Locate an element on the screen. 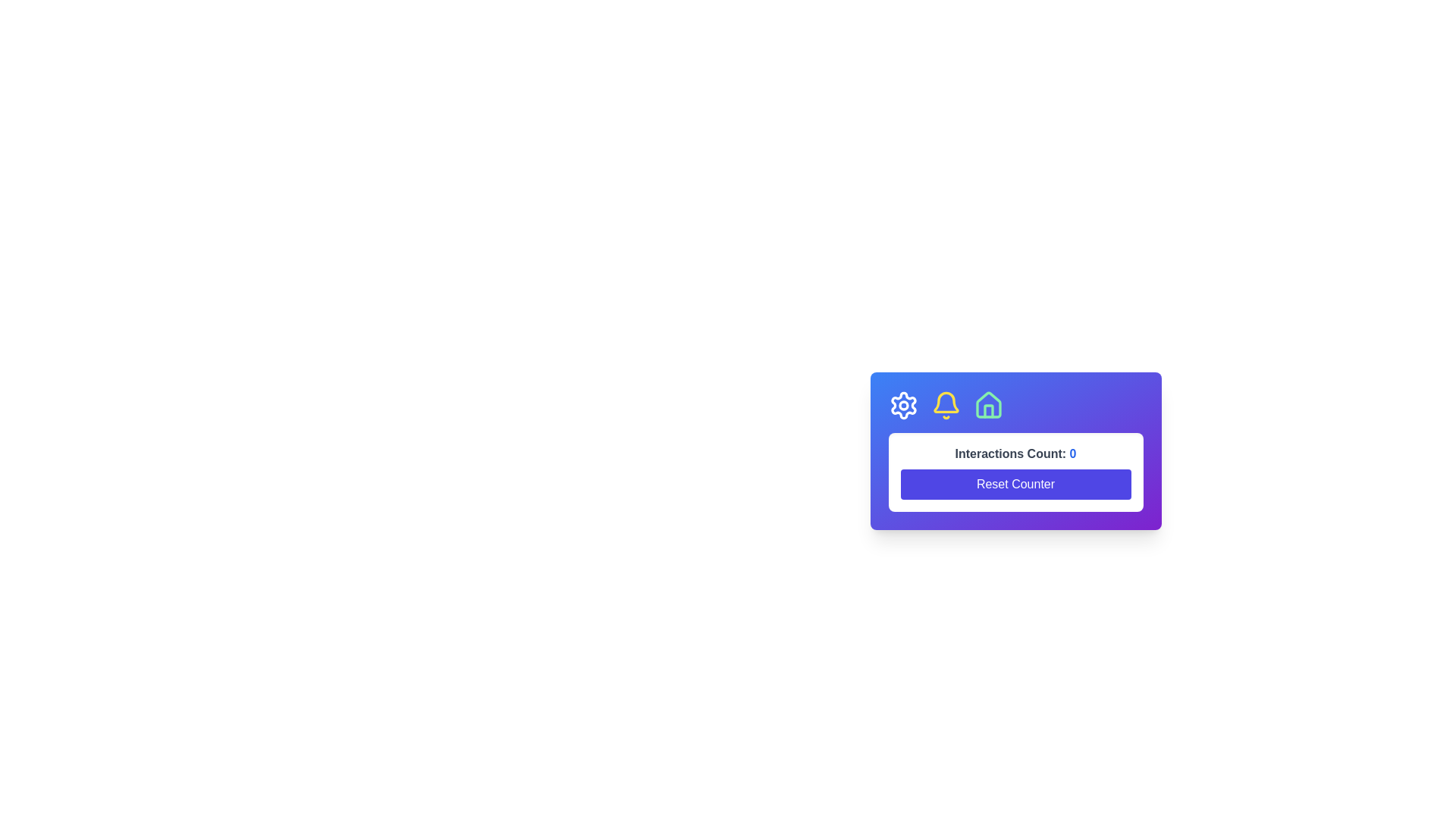  the reset button located below the text label in the composite UI component that displays the current count of interactions is located at coordinates (1015, 472).